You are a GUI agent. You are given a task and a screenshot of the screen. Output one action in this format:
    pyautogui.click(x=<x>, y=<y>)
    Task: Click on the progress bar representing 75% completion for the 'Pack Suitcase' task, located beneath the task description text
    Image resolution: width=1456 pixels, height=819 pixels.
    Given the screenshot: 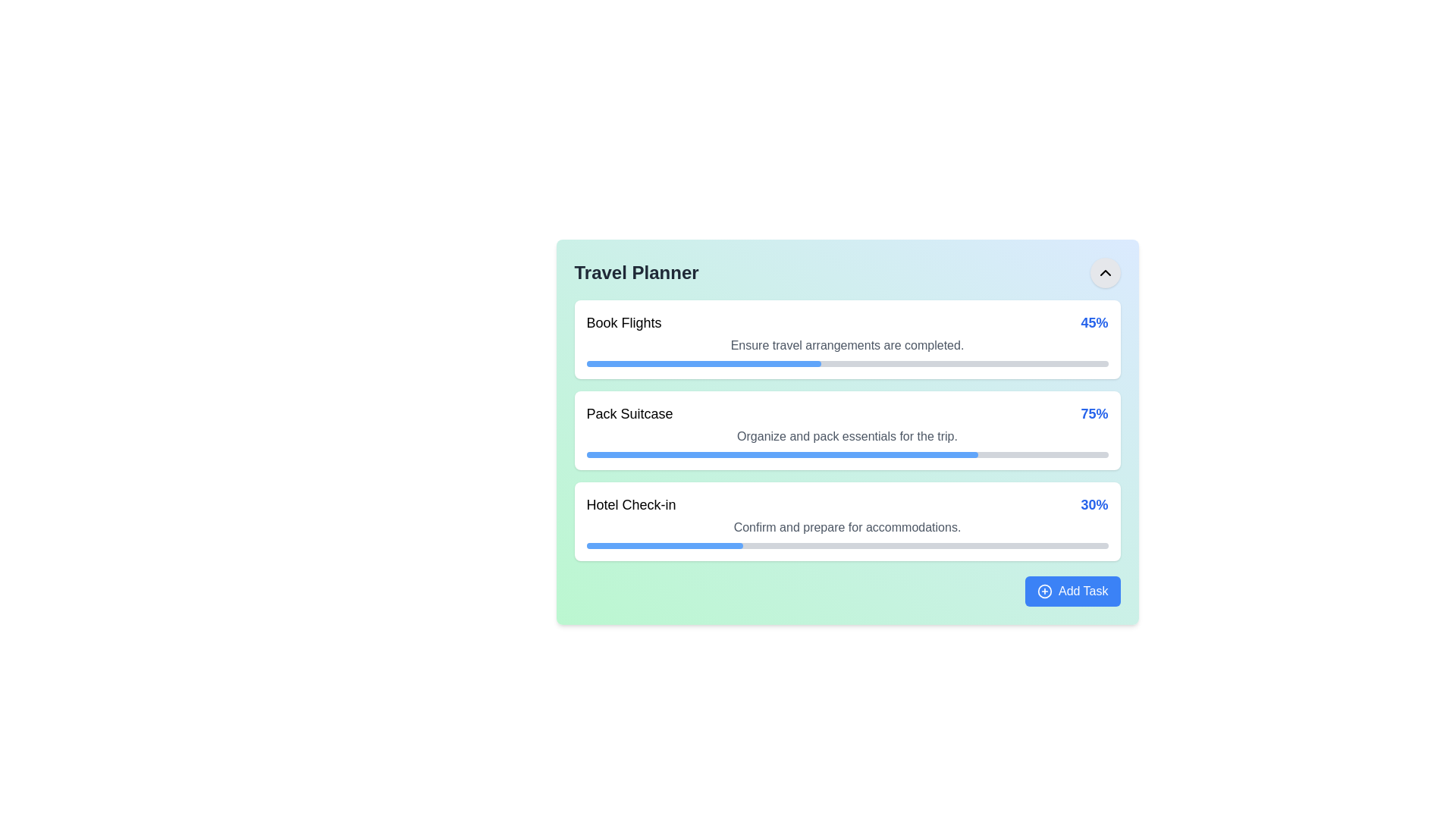 What is the action you would take?
    pyautogui.click(x=846, y=454)
    